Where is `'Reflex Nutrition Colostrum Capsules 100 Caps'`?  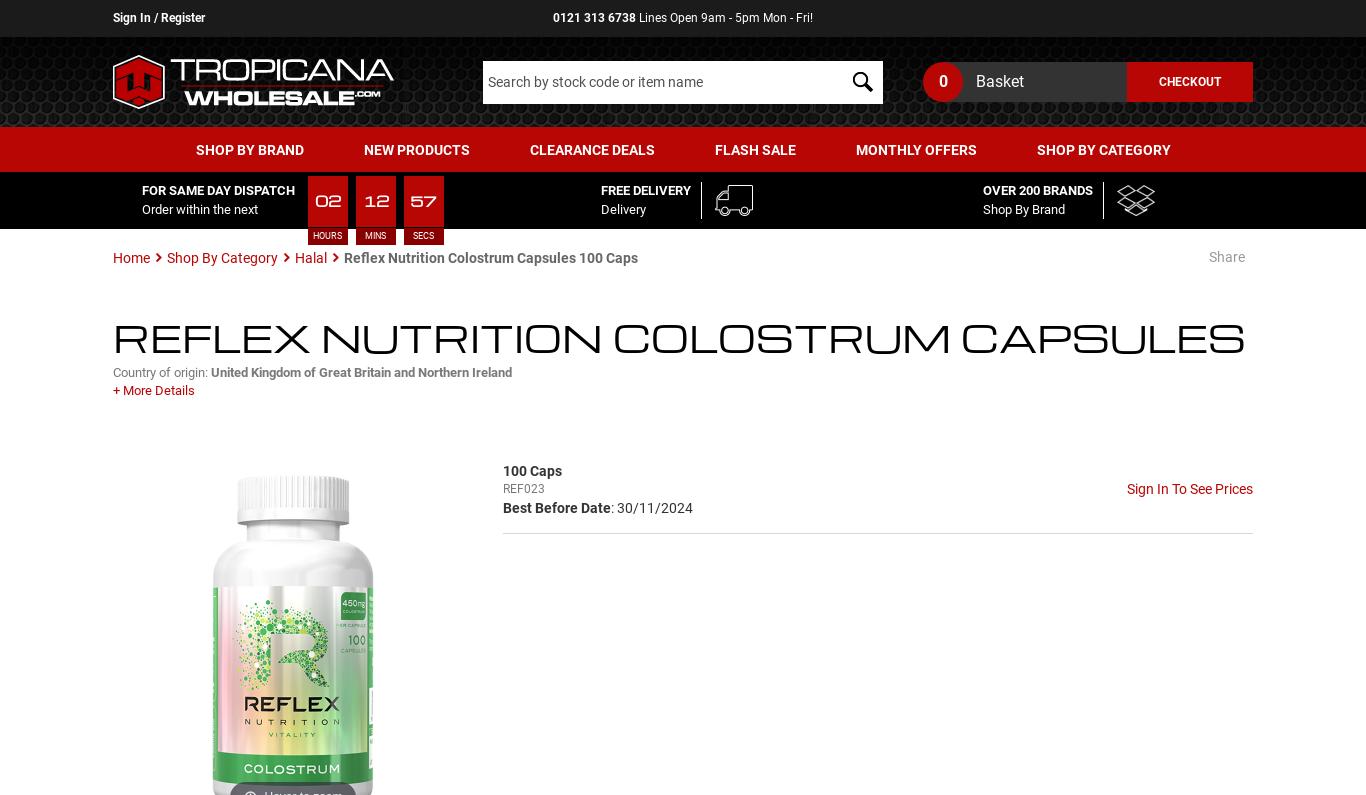 'Reflex Nutrition Colostrum Capsules 100 Caps' is located at coordinates (342, 257).